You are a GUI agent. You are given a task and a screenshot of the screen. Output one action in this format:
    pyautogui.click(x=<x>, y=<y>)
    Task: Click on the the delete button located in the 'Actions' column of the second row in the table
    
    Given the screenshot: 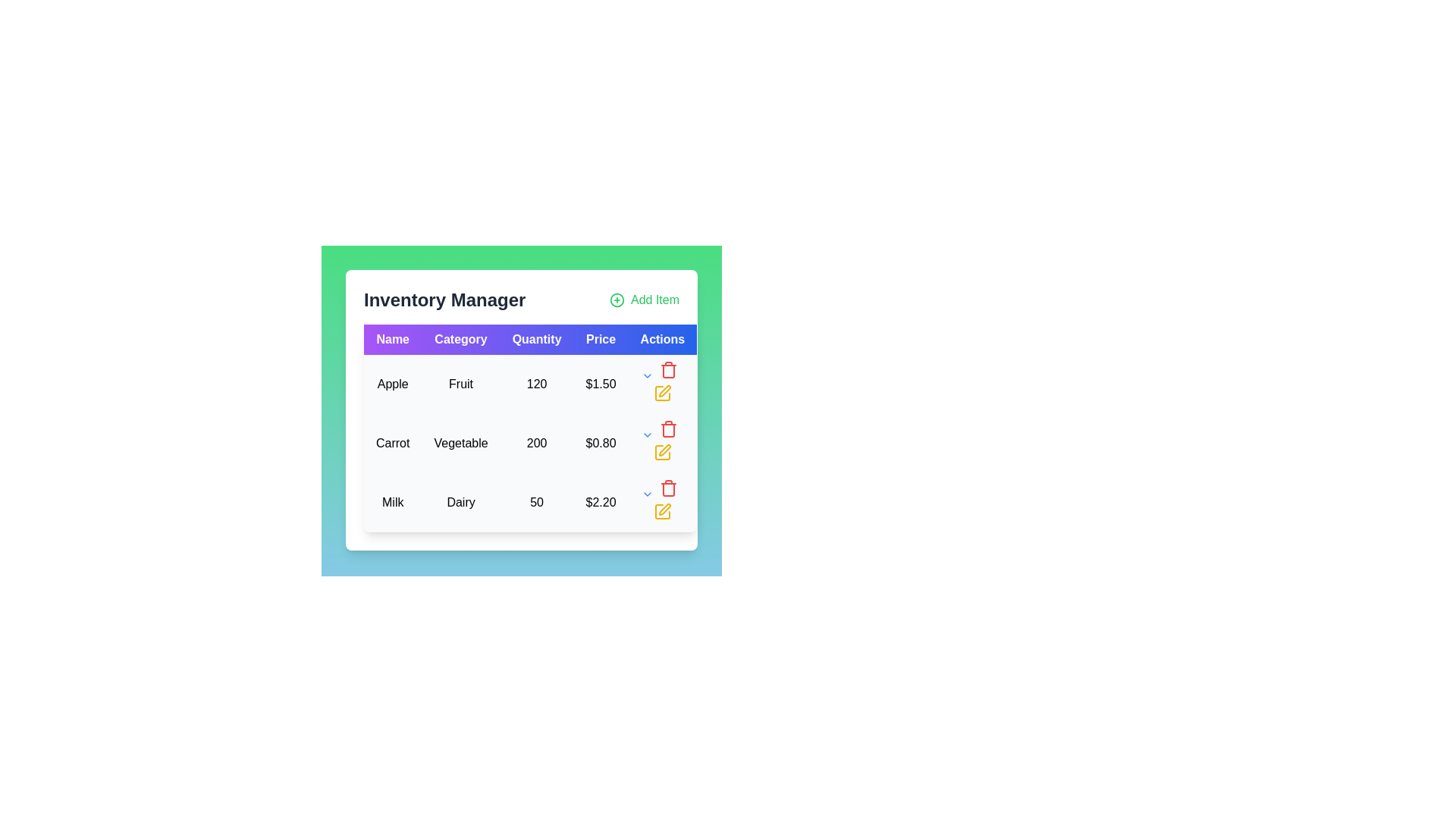 What is the action you would take?
    pyautogui.click(x=667, y=488)
    